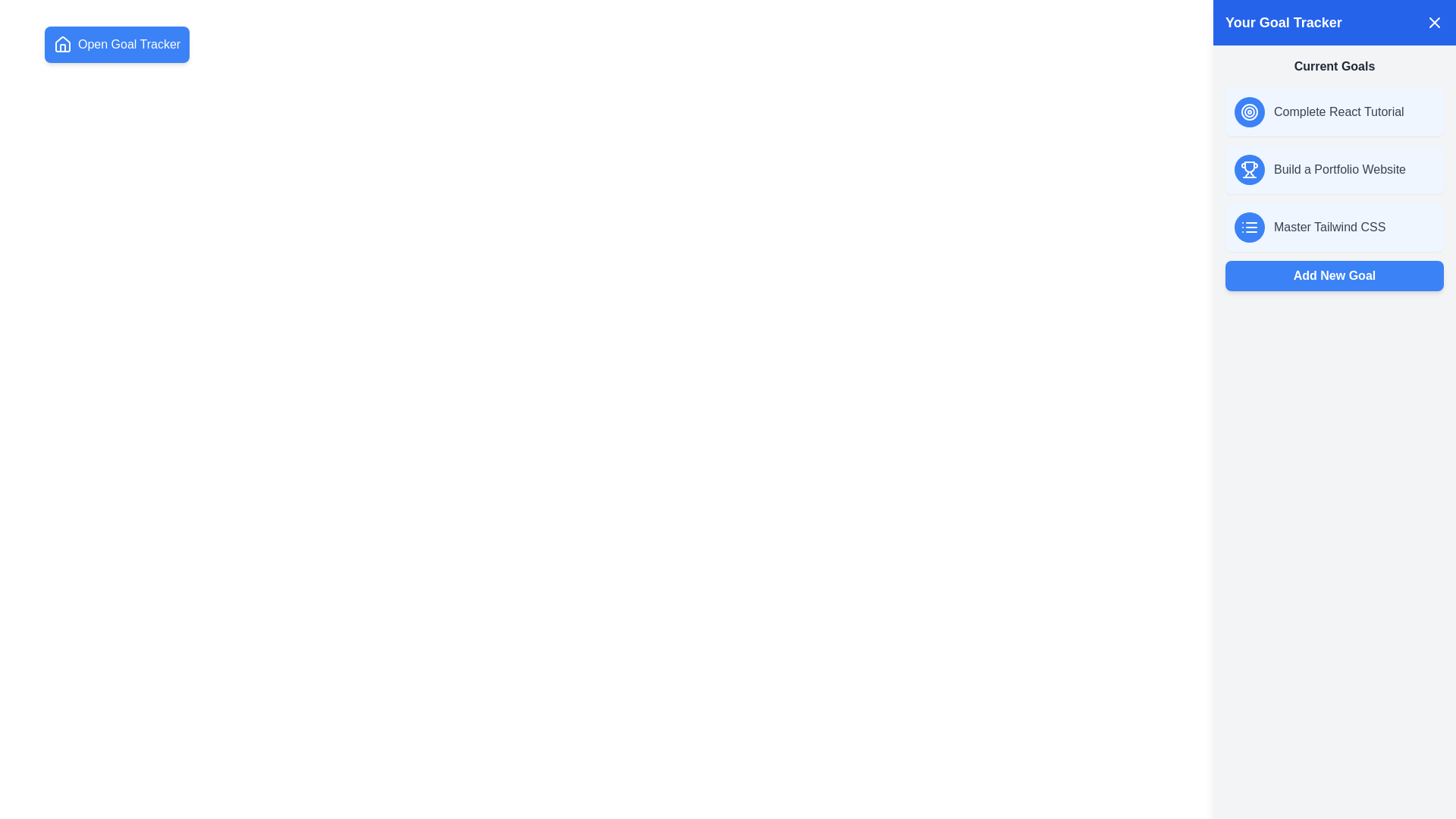 The height and width of the screenshot is (819, 1456). What do you see at coordinates (115, 43) in the screenshot?
I see `the 'Open Goal Tracker' button to toggle the drawer` at bounding box center [115, 43].